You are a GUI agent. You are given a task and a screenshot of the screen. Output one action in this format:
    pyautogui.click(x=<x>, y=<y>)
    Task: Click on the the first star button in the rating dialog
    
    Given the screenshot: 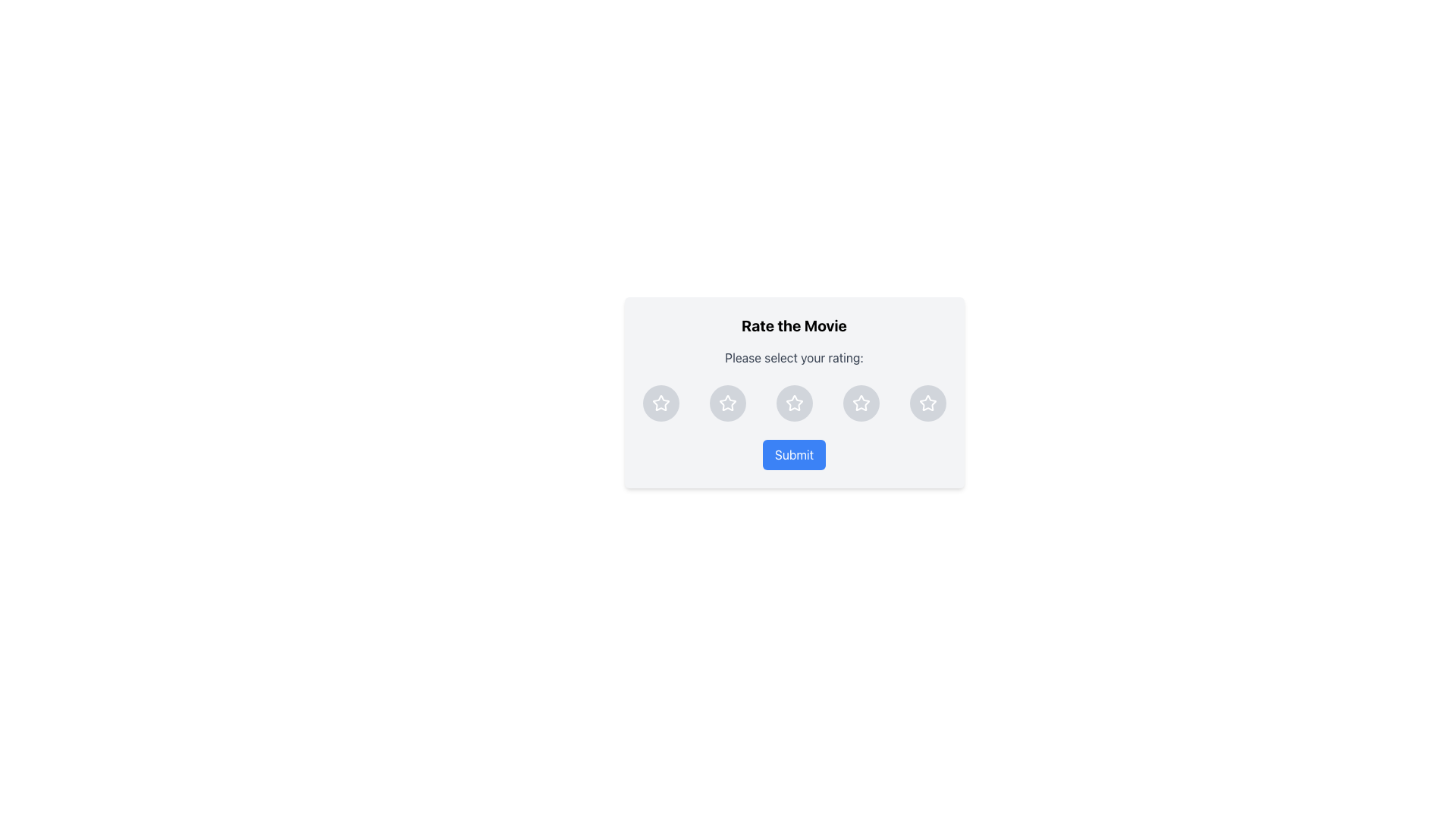 What is the action you would take?
    pyautogui.click(x=661, y=403)
    